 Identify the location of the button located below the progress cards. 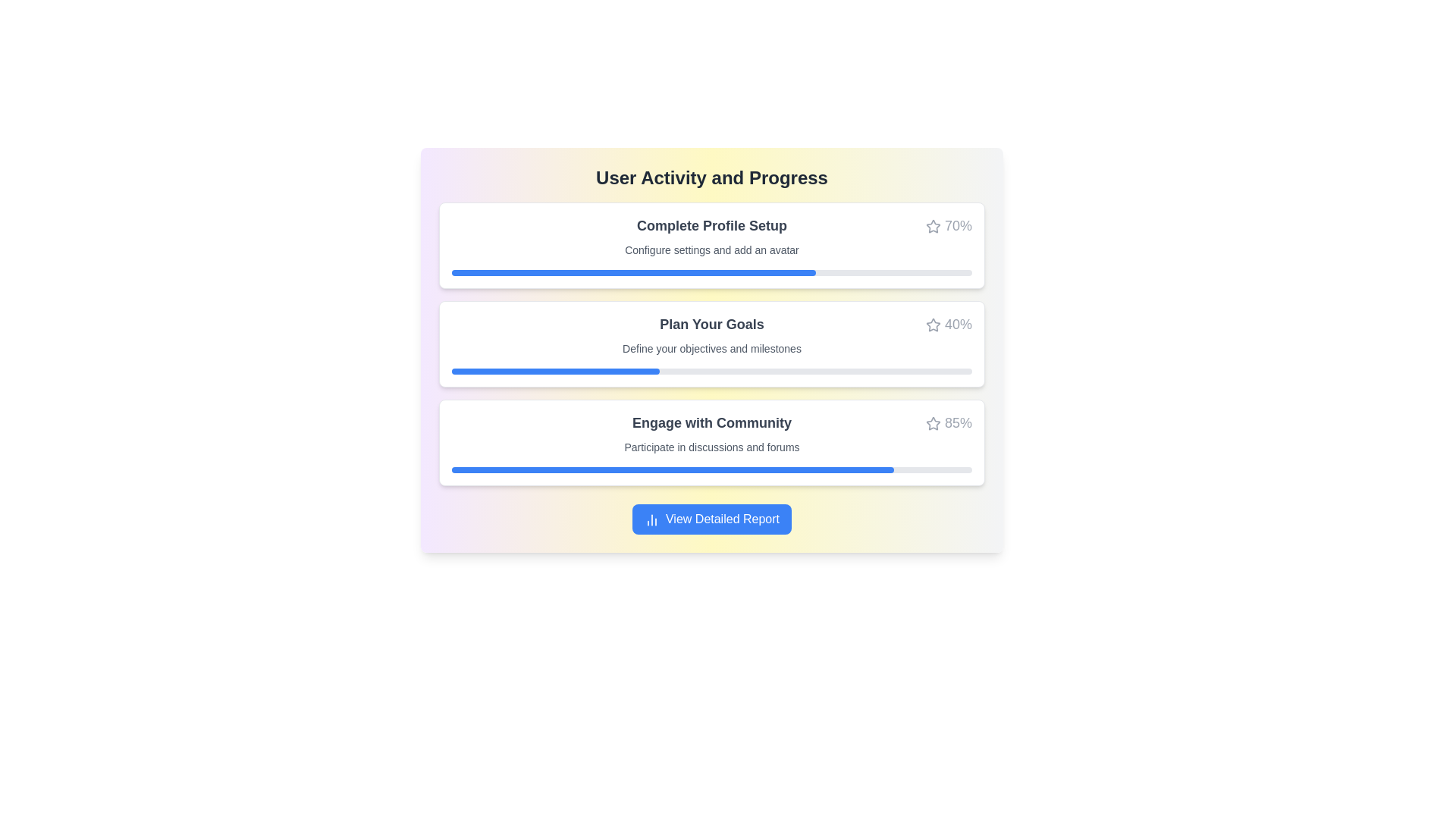
(711, 519).